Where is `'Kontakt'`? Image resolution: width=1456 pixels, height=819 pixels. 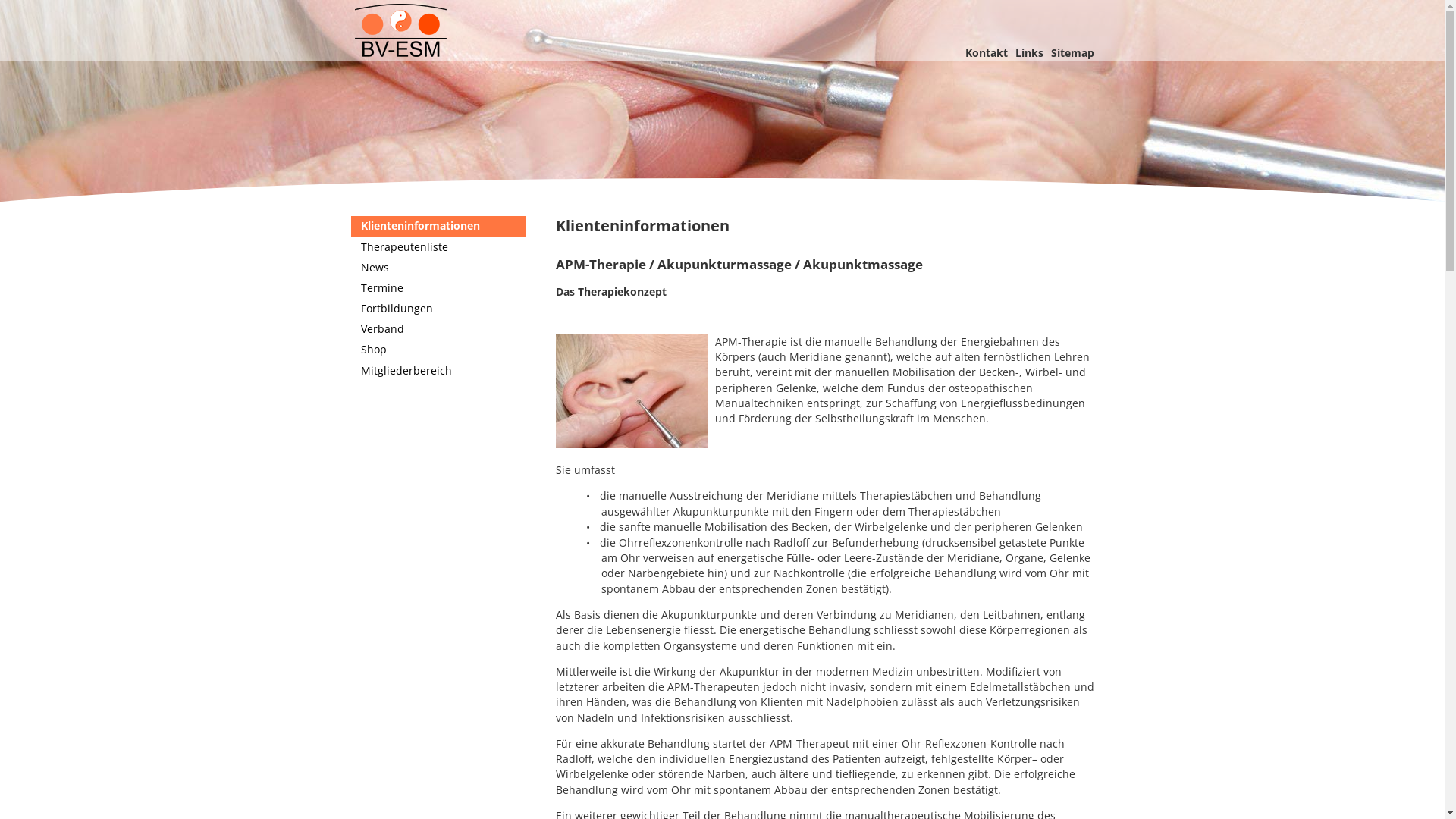 'Kontakt' is located at coordinates (986, 52).